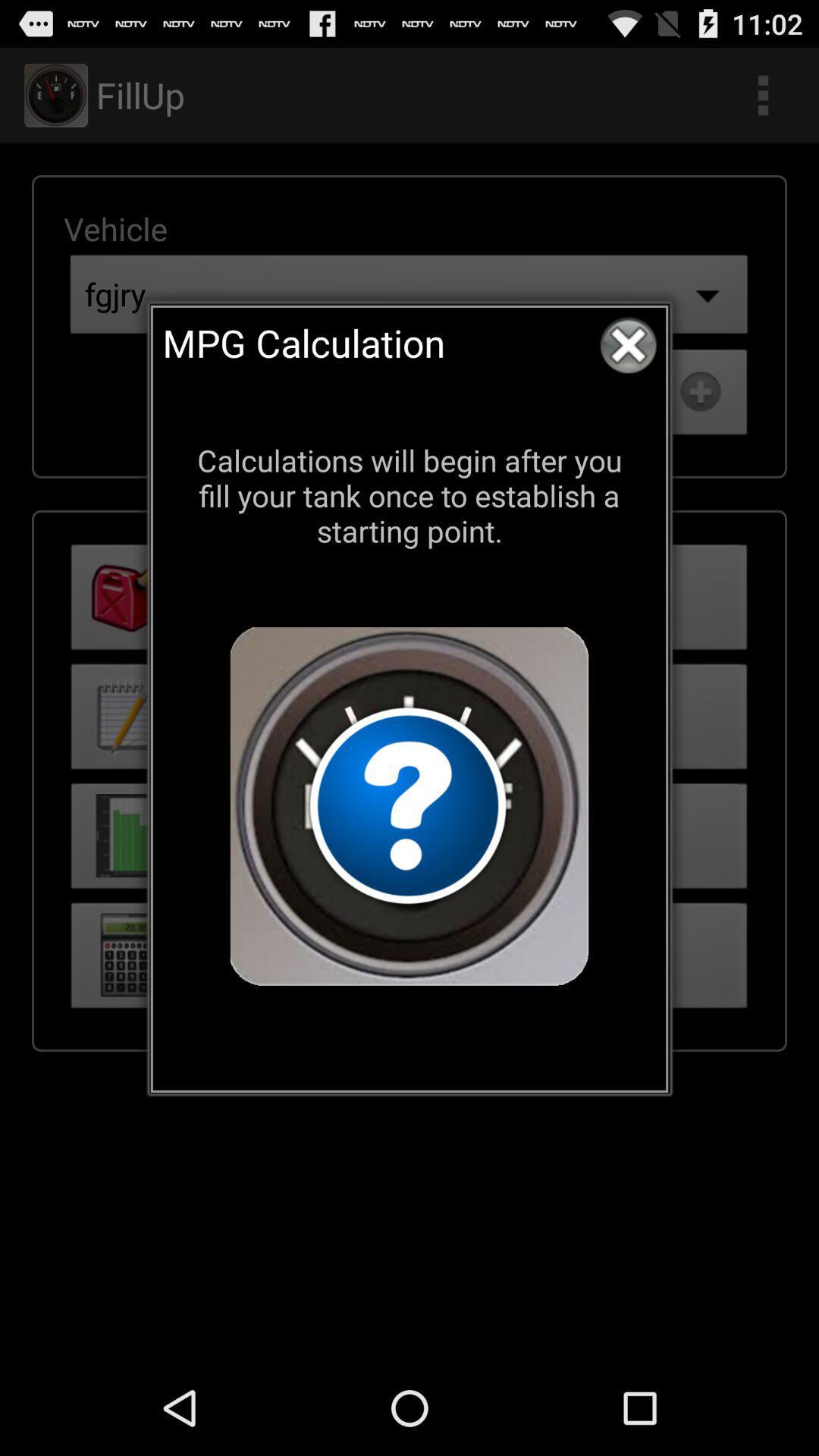 The height and width of the screenshot is (1456, 819). I want to click on the icon at the top right corner, so click(628, 344).